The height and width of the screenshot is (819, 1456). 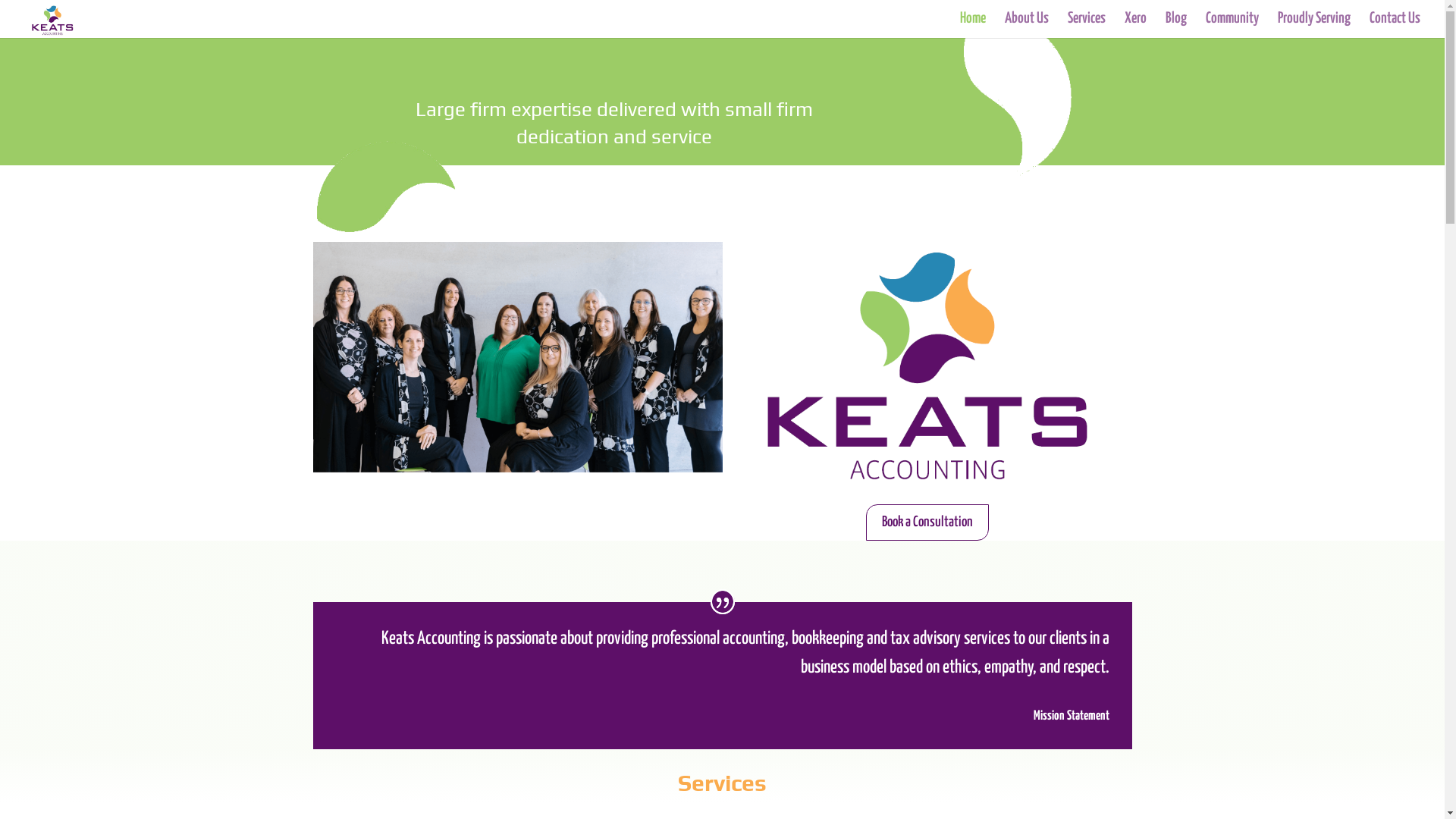 What do you see at coordinates (1313, 26) in the screenshot?
I see `'Proudly Serving'` at bounding box center [1313, 26].